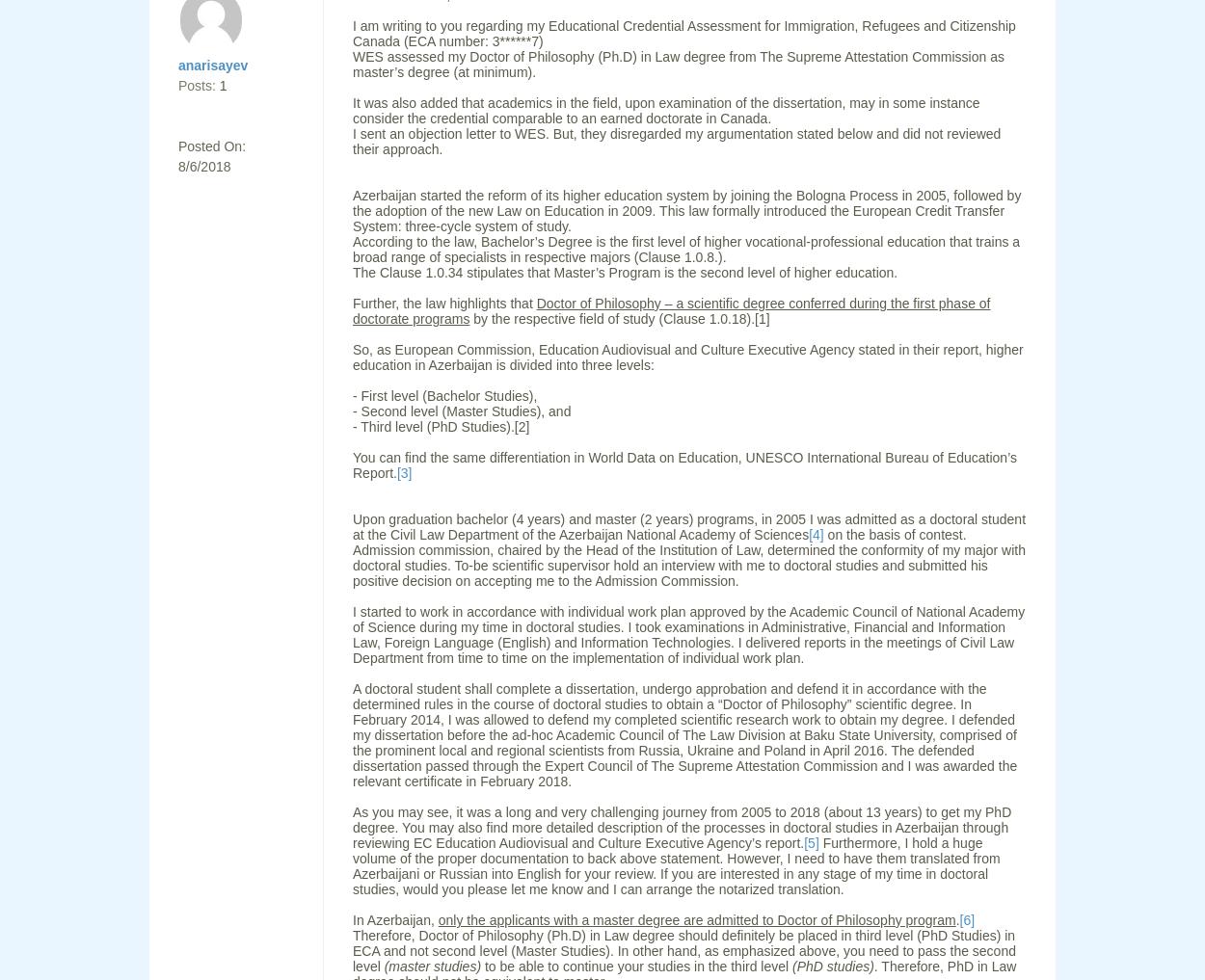 The width and height of the screenshot is (1205, 980). Describe the element at coordinates (211, 155) in the screenshot. I see `'Posted On: 8/6/2018'` at that location.